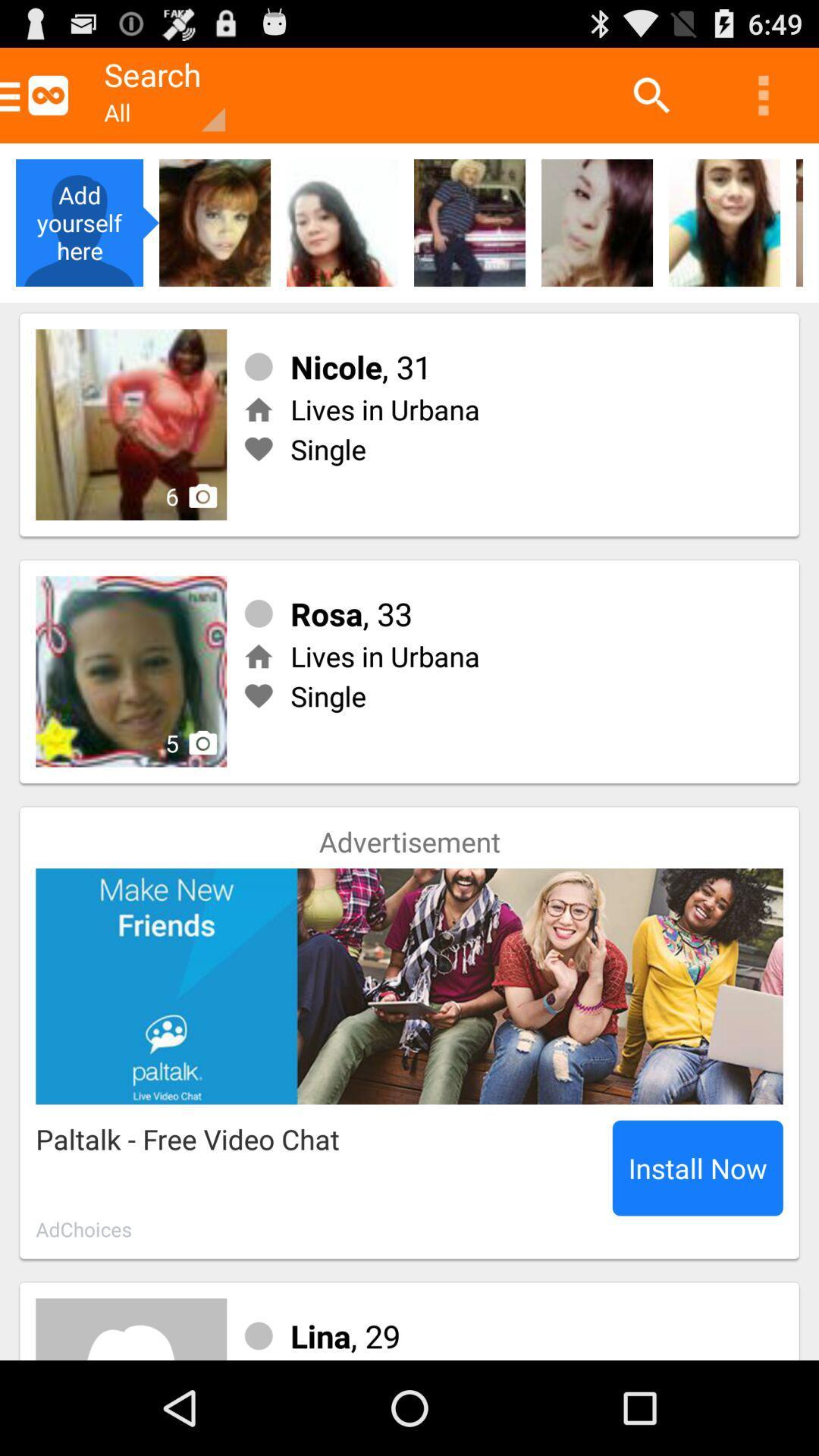 The height and width of the screenshot is (1456, 819). Describe the element at coordinates (157, 94) in the screenshot. I see `the text in the orange color box` at that location.